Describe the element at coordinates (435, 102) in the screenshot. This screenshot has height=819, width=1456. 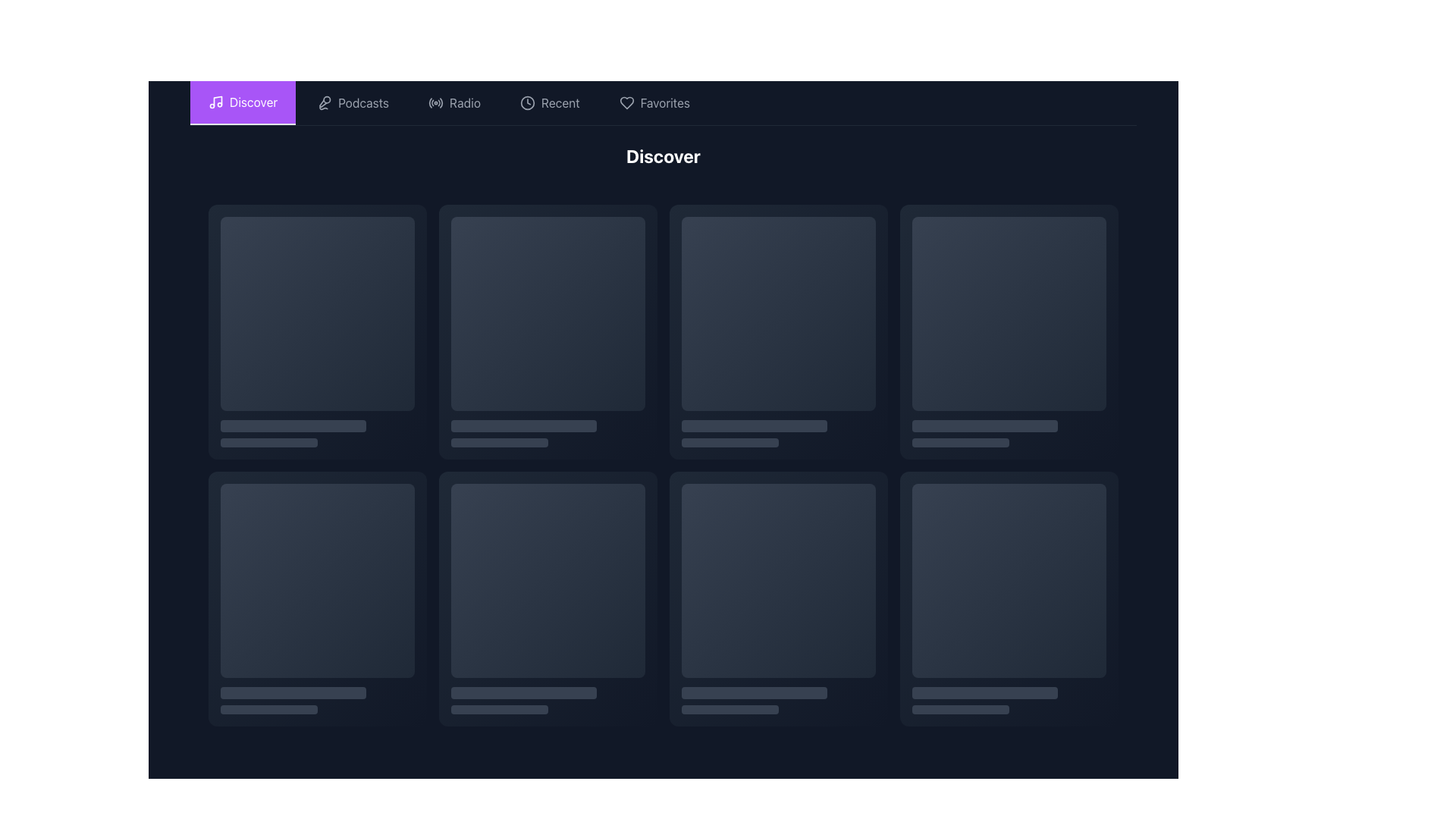
I see `the circular radio icon labeled 'Radio' in the navigation bar` at that location.